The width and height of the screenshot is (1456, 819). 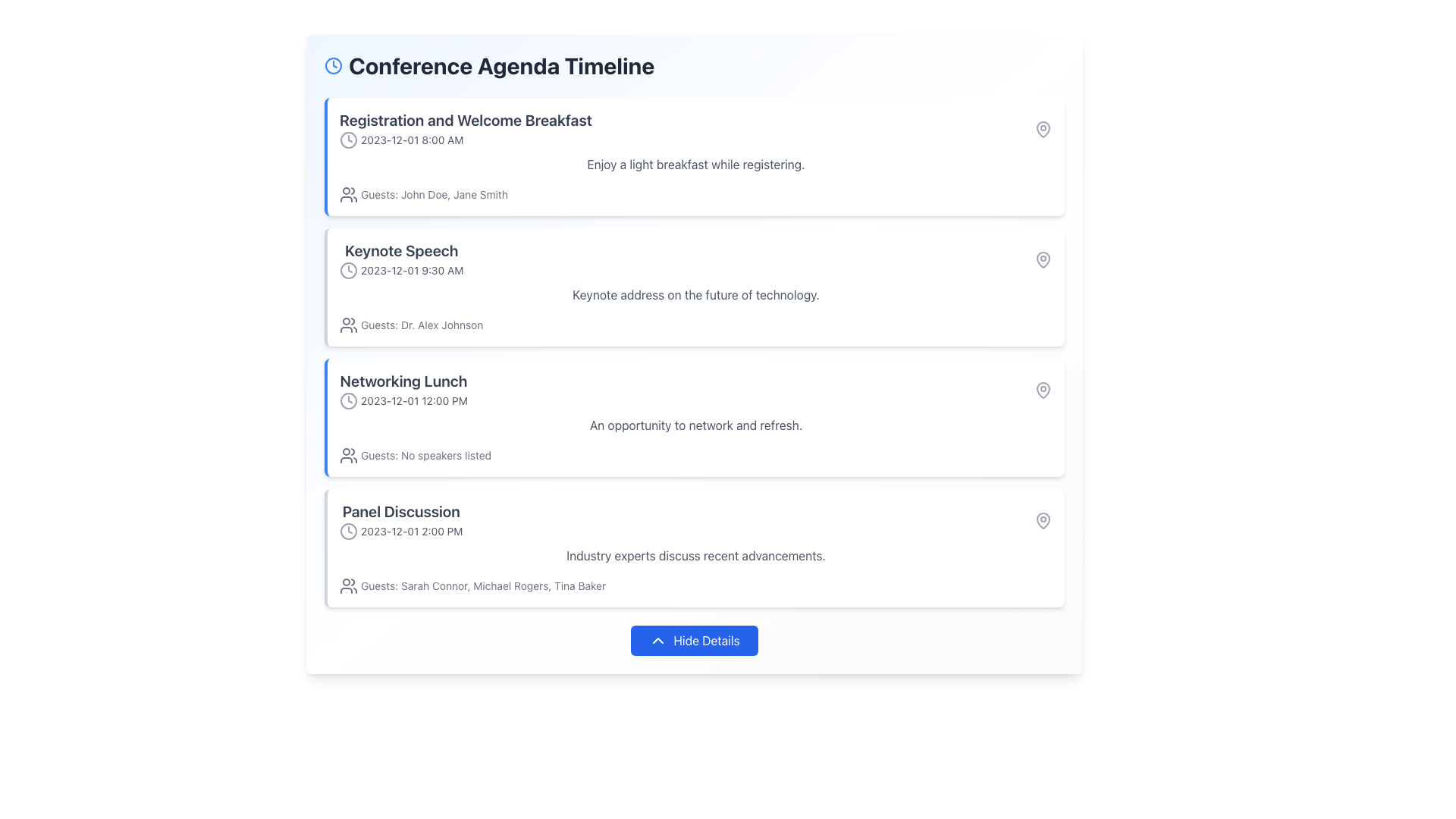 What do you see at coordinates (695, 295) in the screenshot?
I see `the second text description within the 'Keynote Speech' card in the 'Conference Agenda Timeline' that conveys the session details` at bounding box center [695, 295].